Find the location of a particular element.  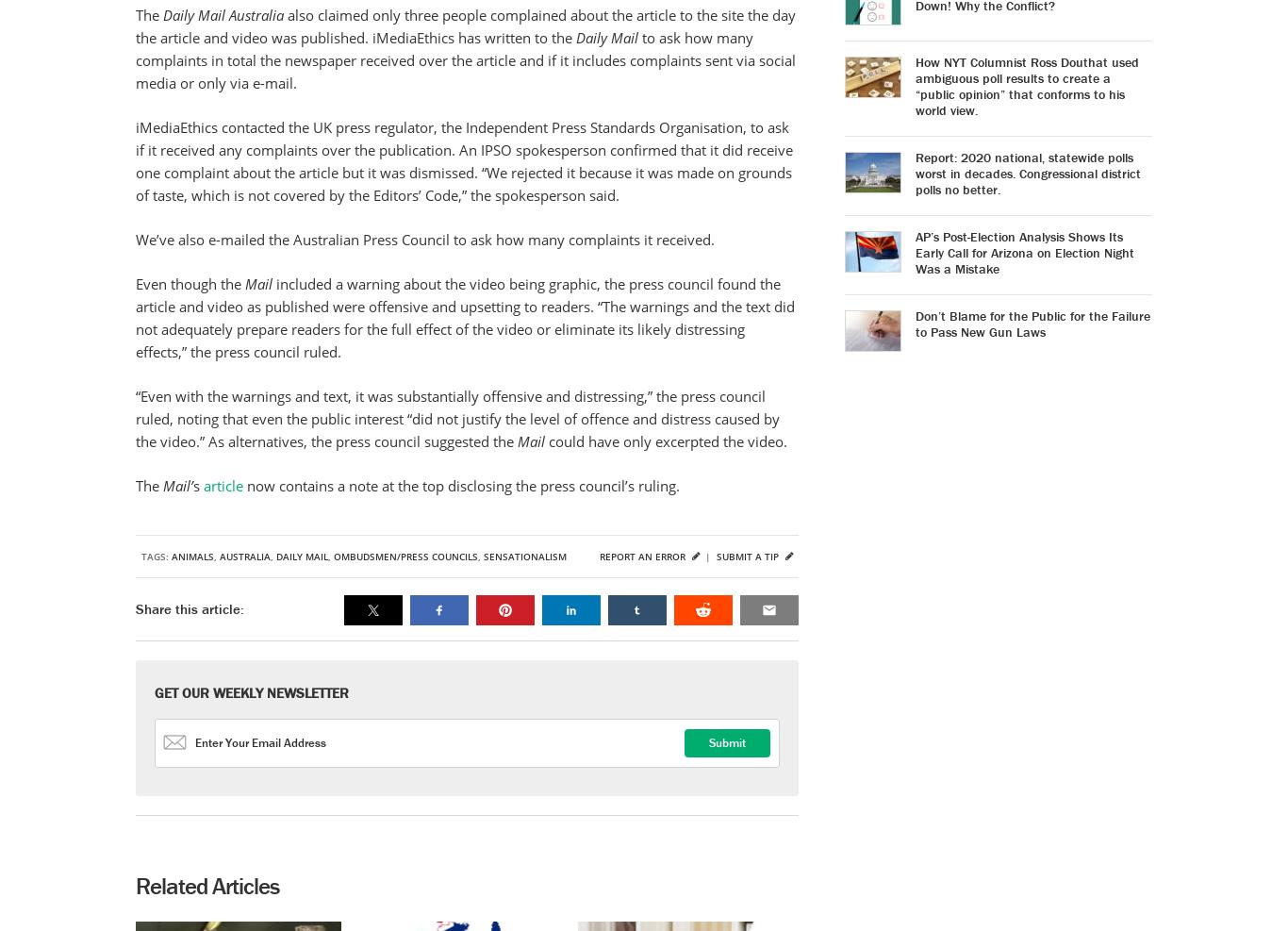

'Submit a tip' is located at coordinates (749, 556).